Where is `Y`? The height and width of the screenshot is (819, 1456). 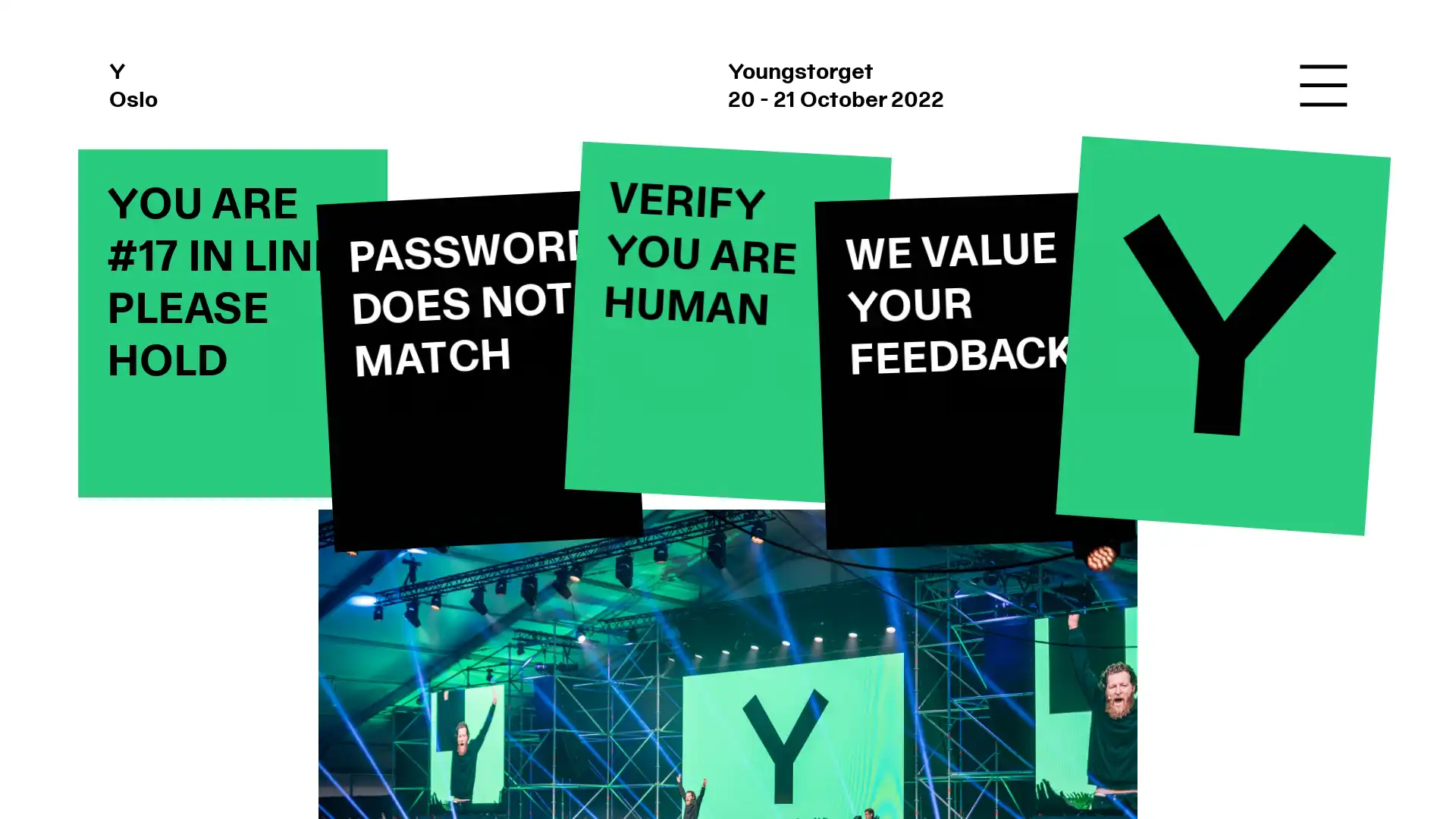
Y is located at coordinates (1222, 334).